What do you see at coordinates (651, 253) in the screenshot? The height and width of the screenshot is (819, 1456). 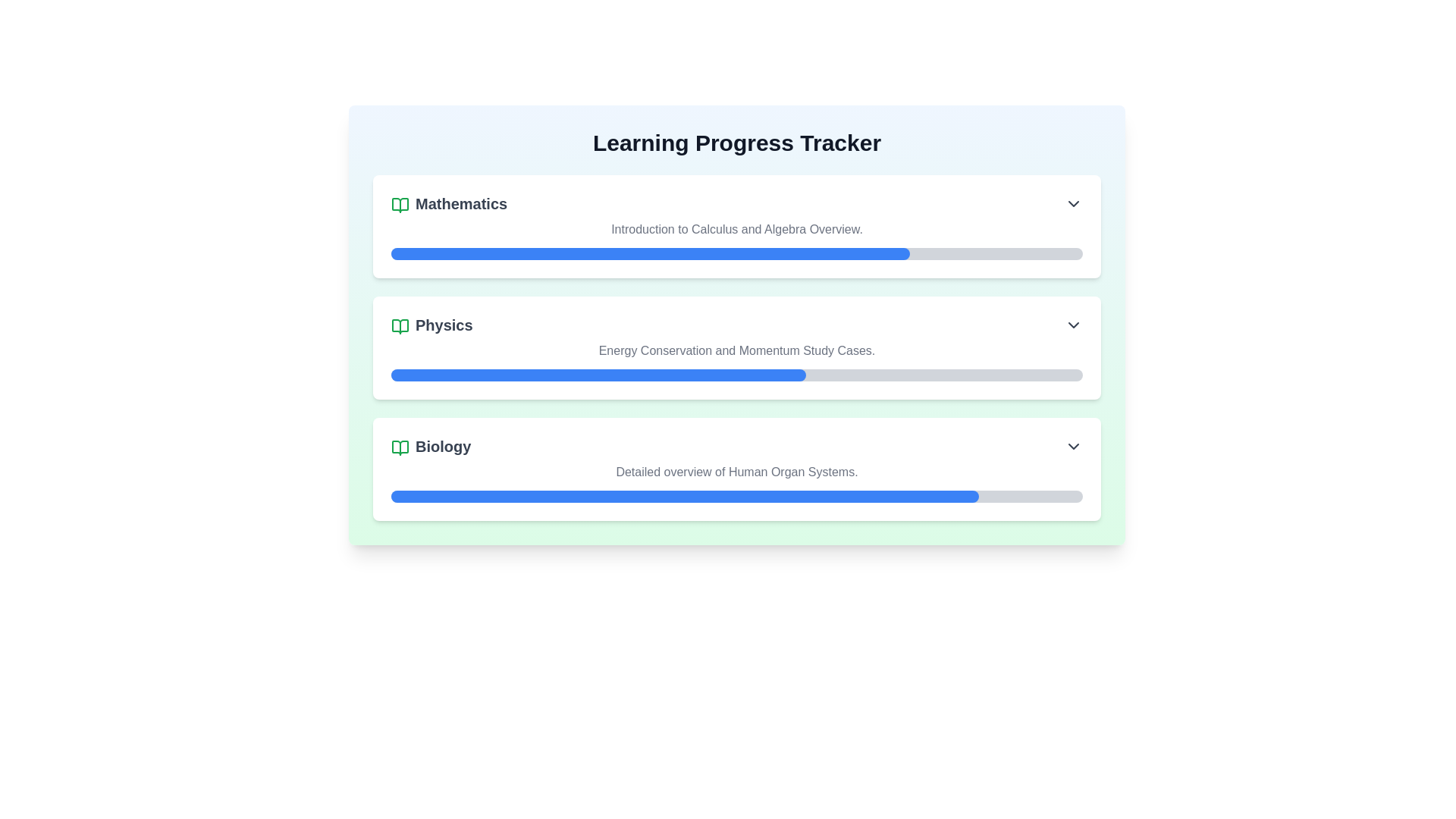 I see `the progress level of the Mathematics lesson, indicated by the progress bar segment located at the bottom of the Mathematics lesson card` at bounding box center [651, 253].